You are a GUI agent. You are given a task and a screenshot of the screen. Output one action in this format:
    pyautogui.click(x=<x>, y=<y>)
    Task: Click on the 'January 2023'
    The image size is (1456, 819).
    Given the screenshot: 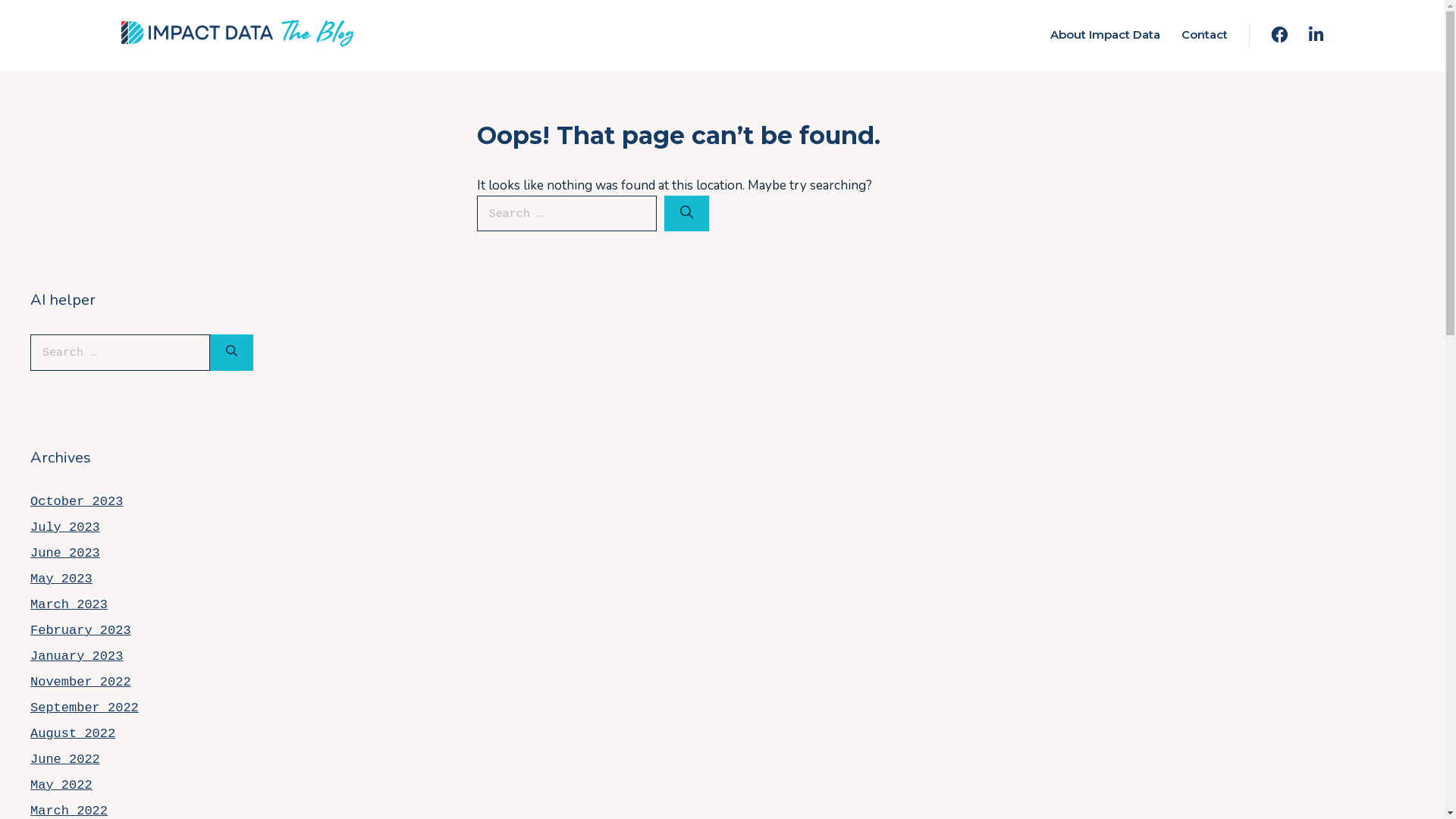 What is the action you would take?
    pyautogui.click(x=75, y=655)
    